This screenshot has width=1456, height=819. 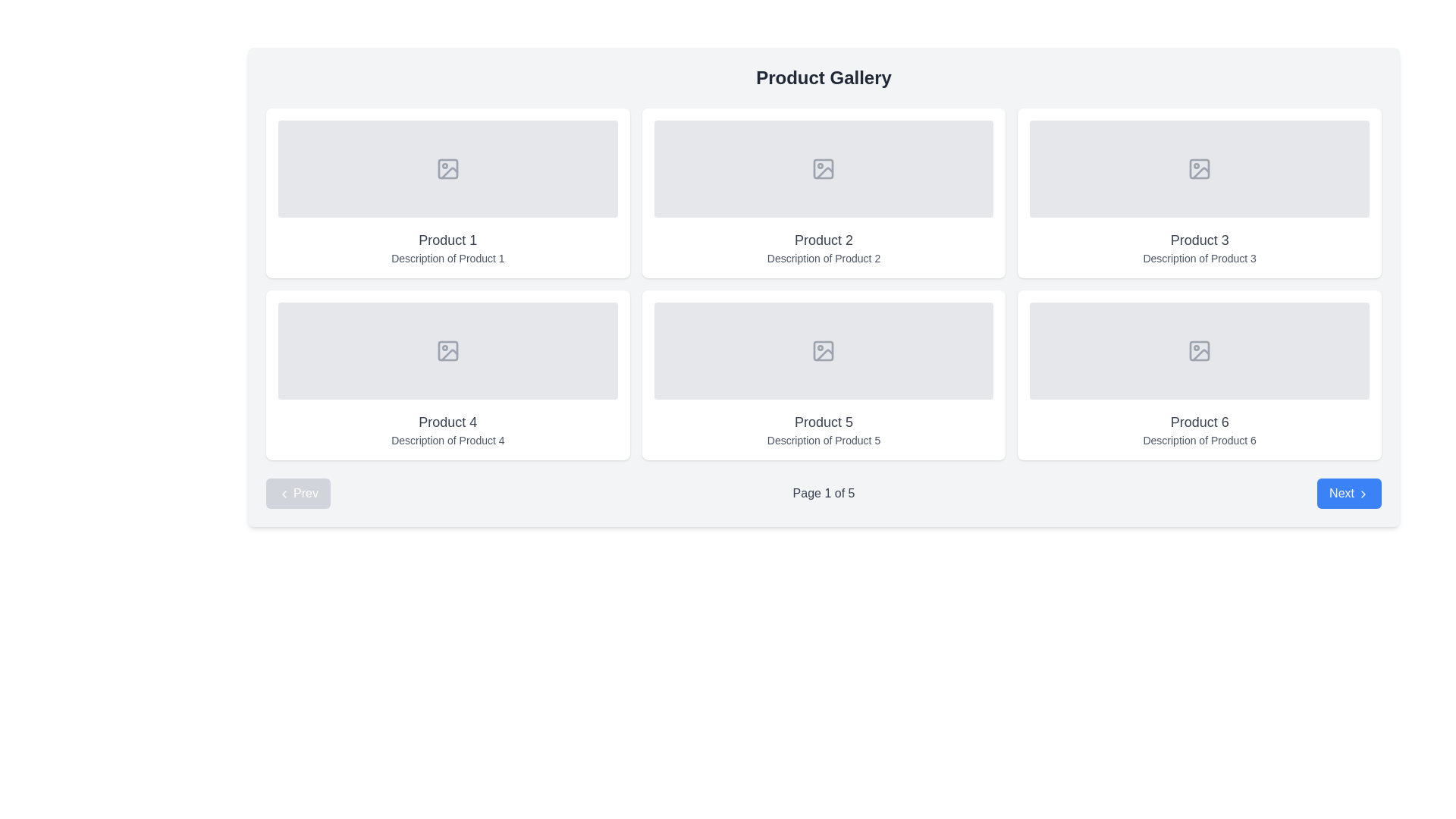 I want to click on the text label displaying 'Description of Product 1', which is positioned below the 'Product 1' header within the same card-like UI component, so click(x=447, y=257).